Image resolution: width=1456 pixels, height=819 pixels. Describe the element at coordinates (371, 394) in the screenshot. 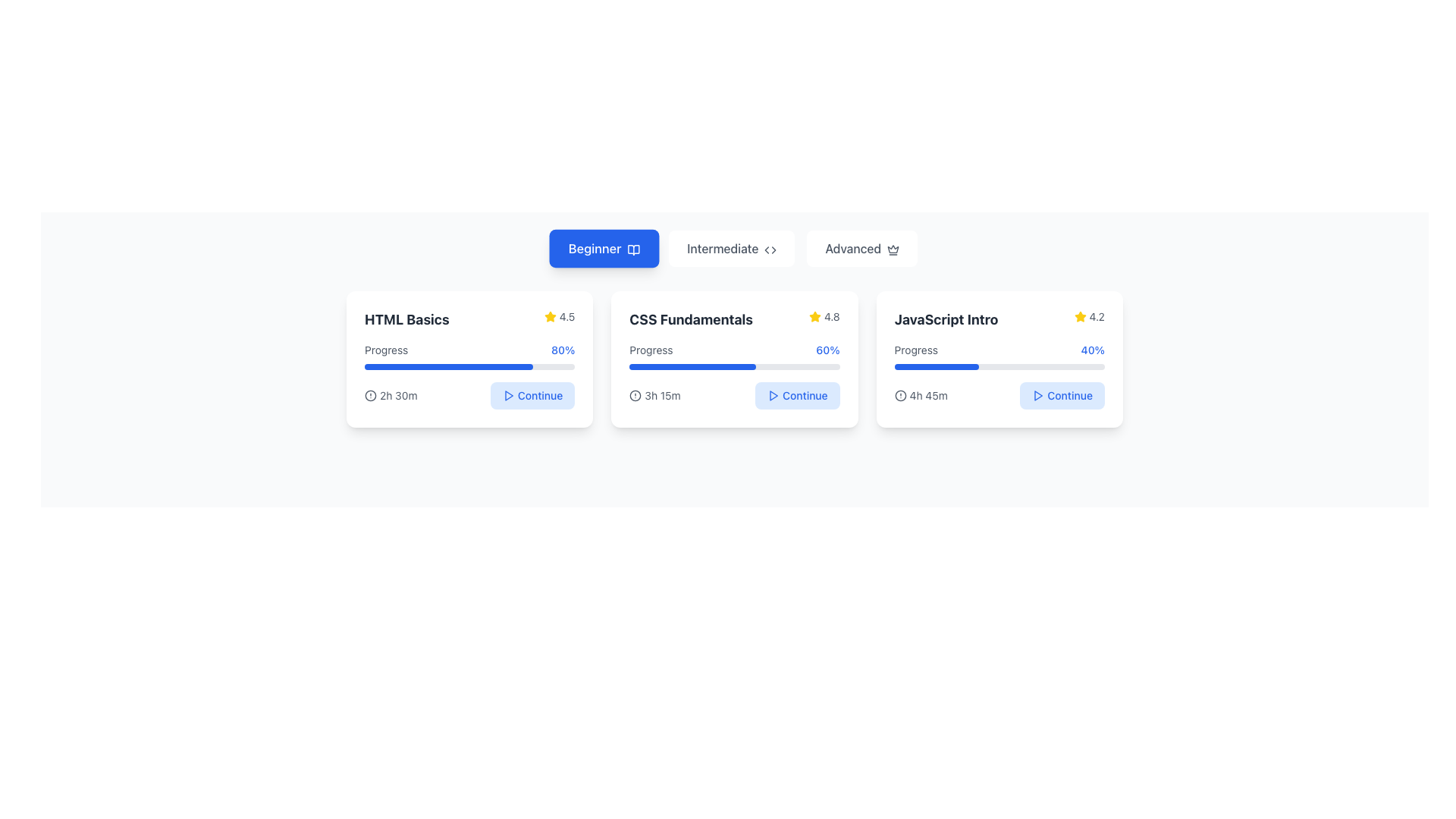

I see `the alert icon located to the left of the '2h 30m' text within the 'HTML Basics' course card` at that location.